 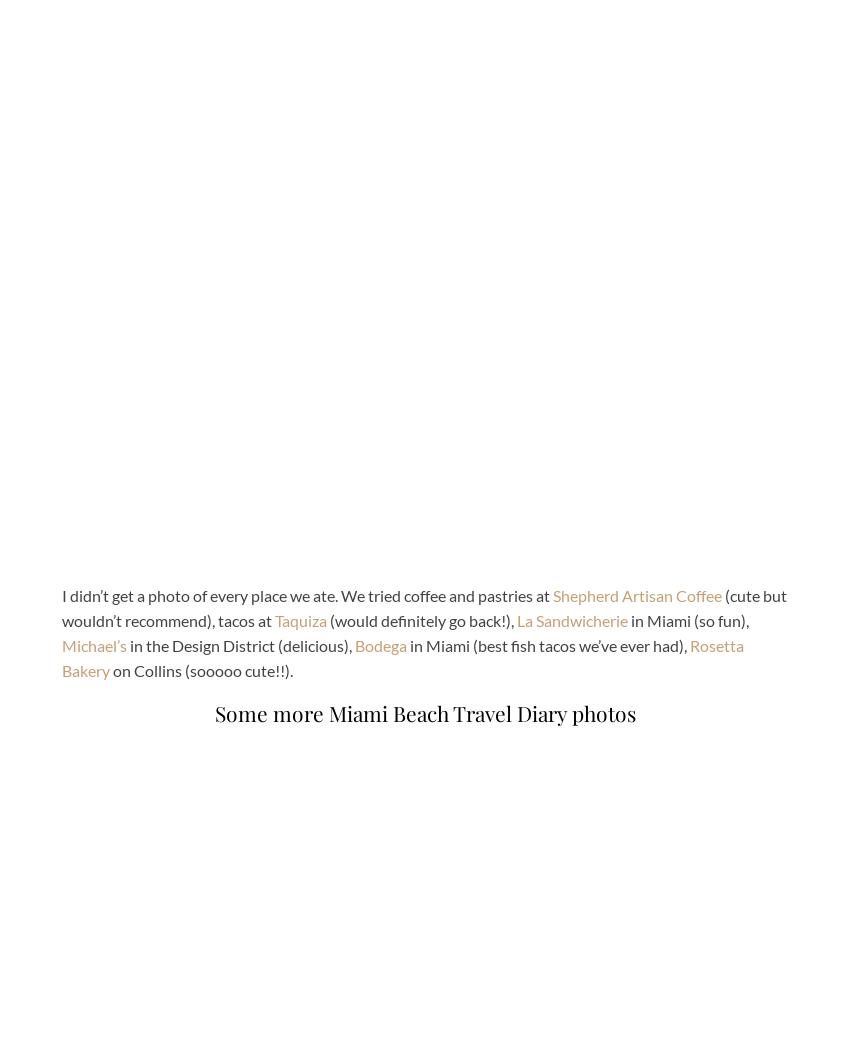 I want to click on '(cute but wouldn’t recommend), tacos at', so click(x=424, y=608).